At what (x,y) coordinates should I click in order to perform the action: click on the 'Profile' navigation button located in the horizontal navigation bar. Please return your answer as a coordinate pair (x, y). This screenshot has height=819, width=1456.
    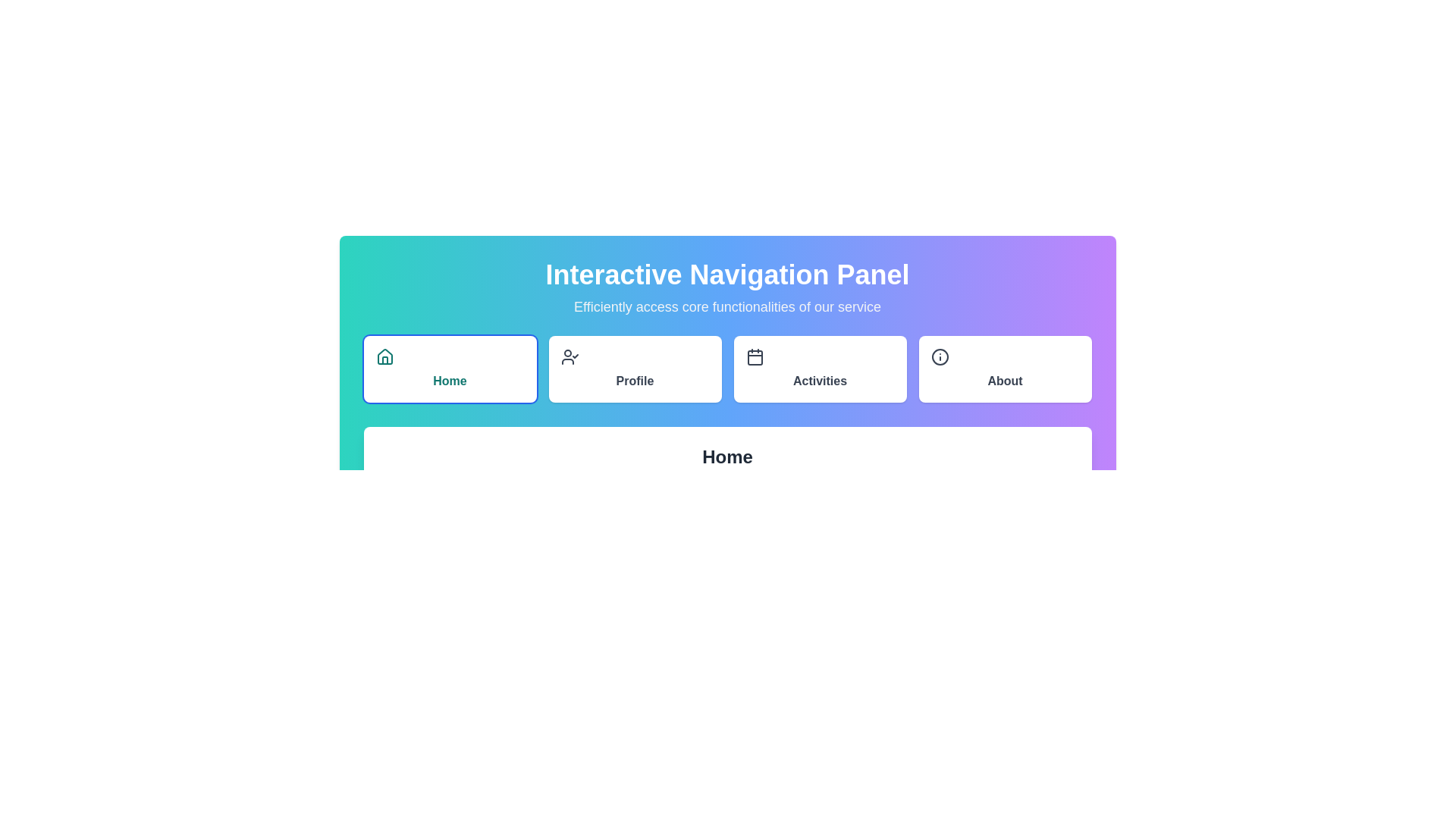
    Looking at the image, I should click on (635, 369).